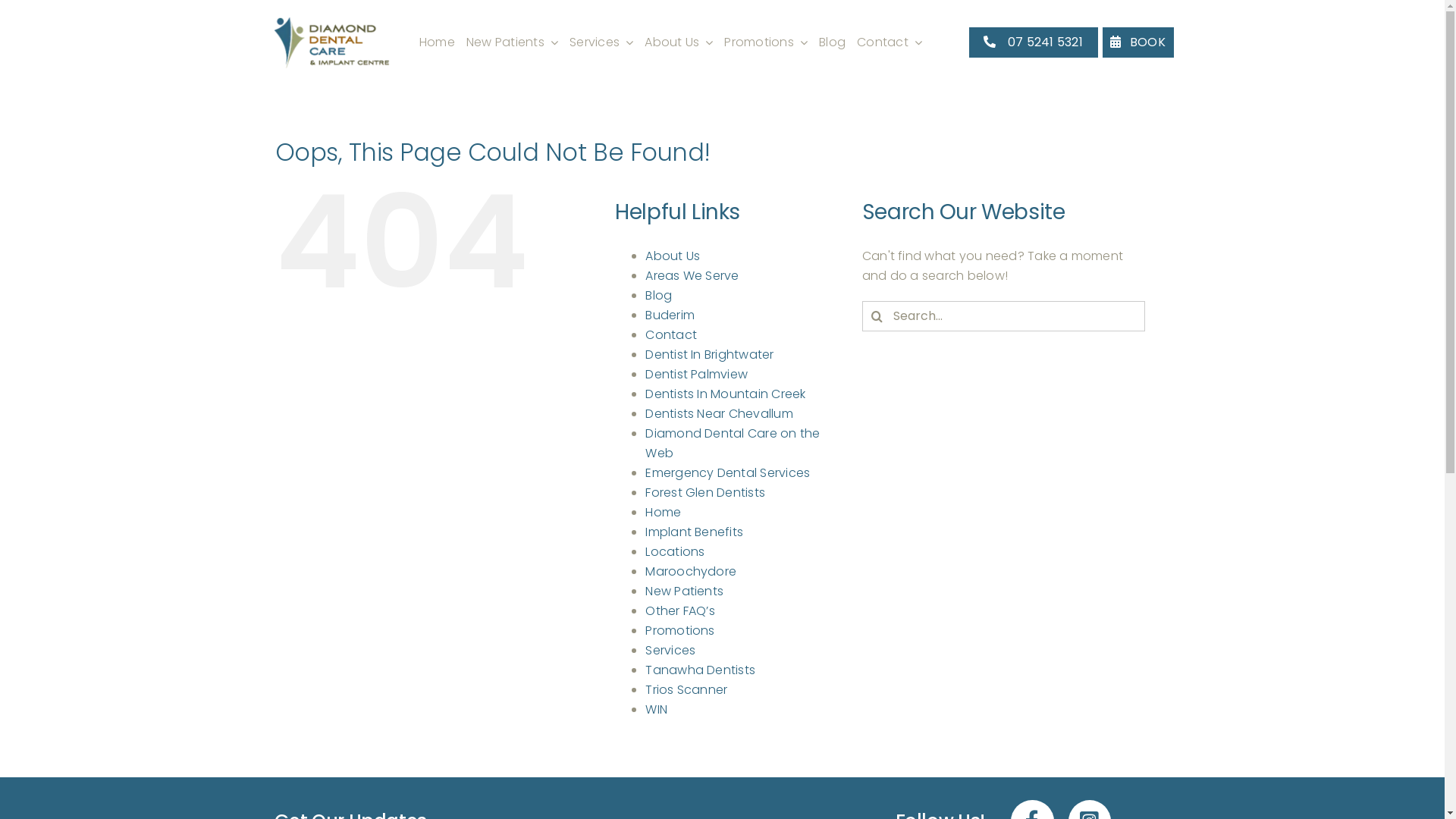 Image resolution: width=1456 pixels, height=819 pixels. Describe the element at coordinates (732, 443) in the screenshot. I see `'Diamond Dental Care on the Web'` at that location.